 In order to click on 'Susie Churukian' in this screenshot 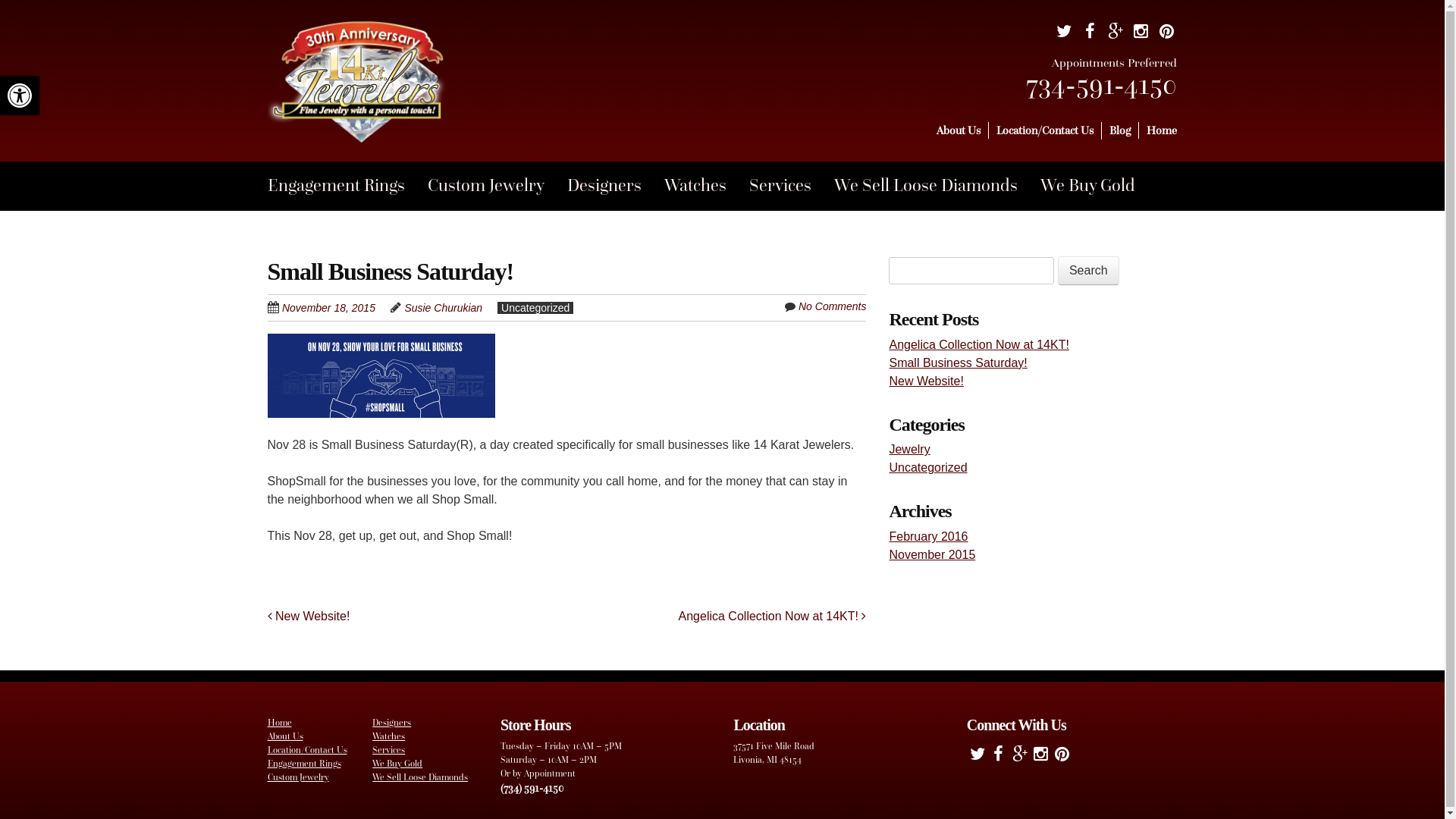, I will do `click(442, 307)`.